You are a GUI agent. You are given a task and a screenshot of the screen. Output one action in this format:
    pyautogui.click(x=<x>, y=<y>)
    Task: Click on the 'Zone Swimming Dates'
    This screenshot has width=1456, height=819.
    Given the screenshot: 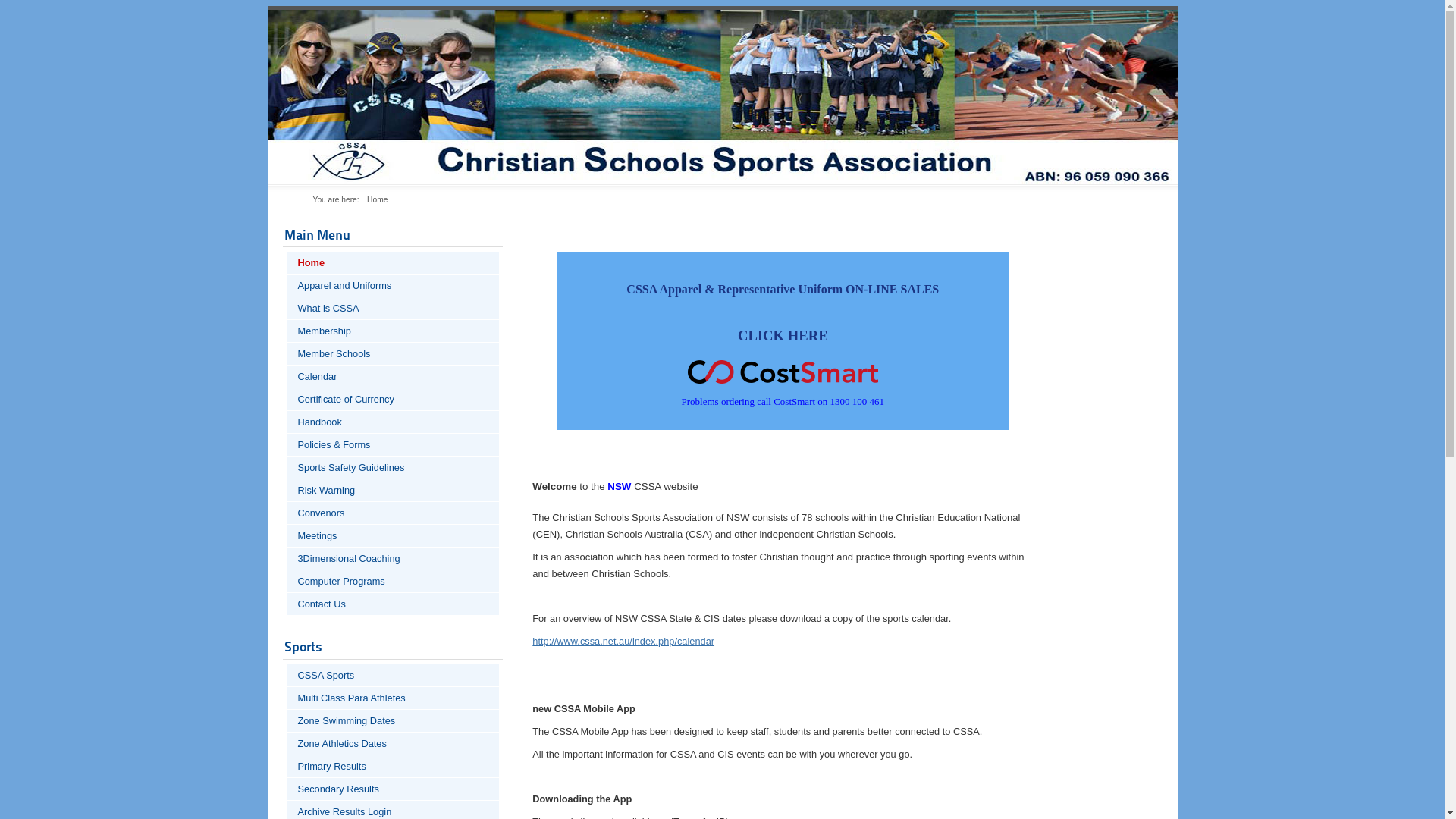 What is the action you would take?
    pyautogui.click(x=393, y=720)
    